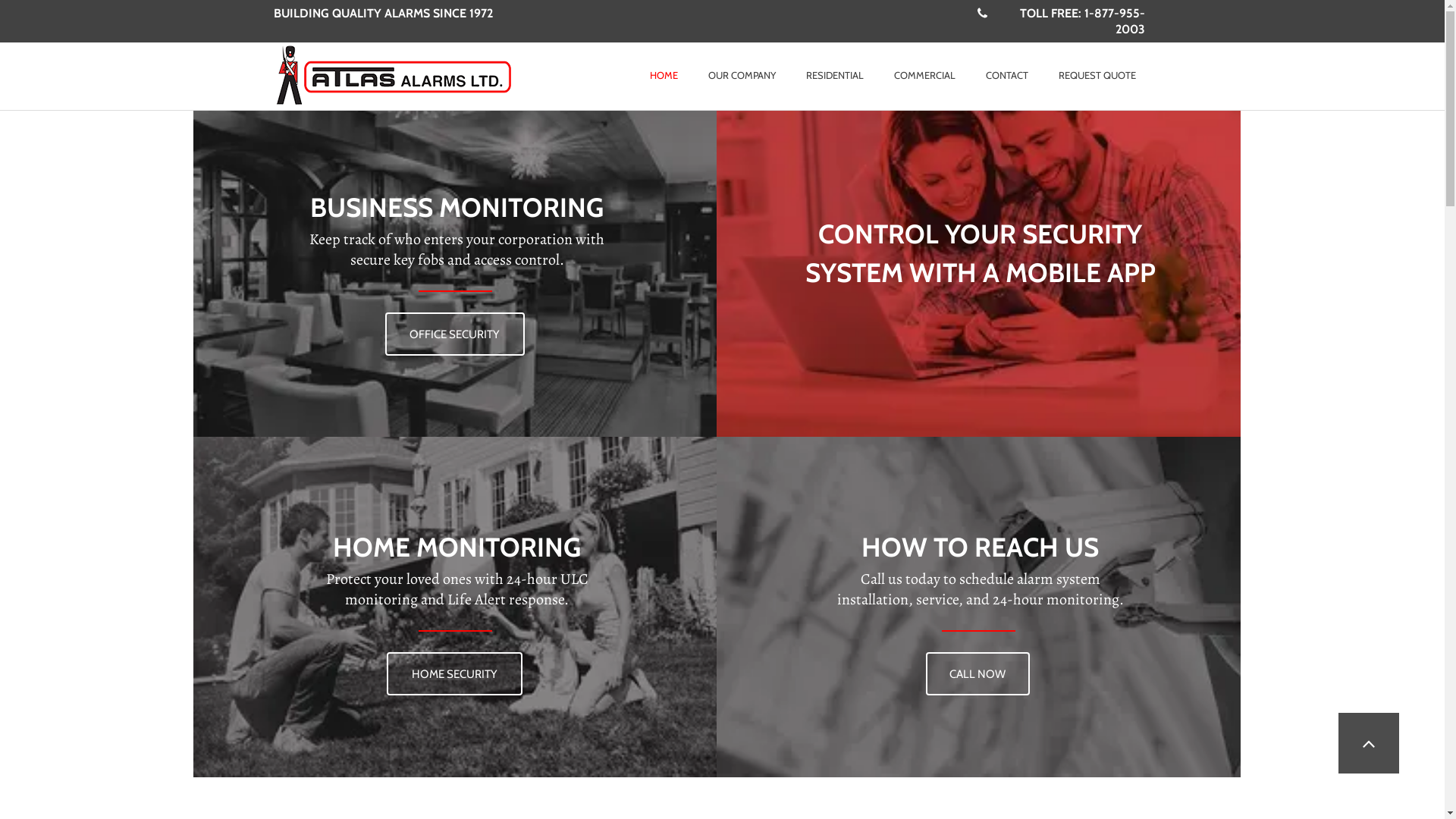 This screenshot has width=1456, height=819. Describe the element at coordinates (453, 673) in the screenshot. I see `'HOME SECURITY'` at that location.